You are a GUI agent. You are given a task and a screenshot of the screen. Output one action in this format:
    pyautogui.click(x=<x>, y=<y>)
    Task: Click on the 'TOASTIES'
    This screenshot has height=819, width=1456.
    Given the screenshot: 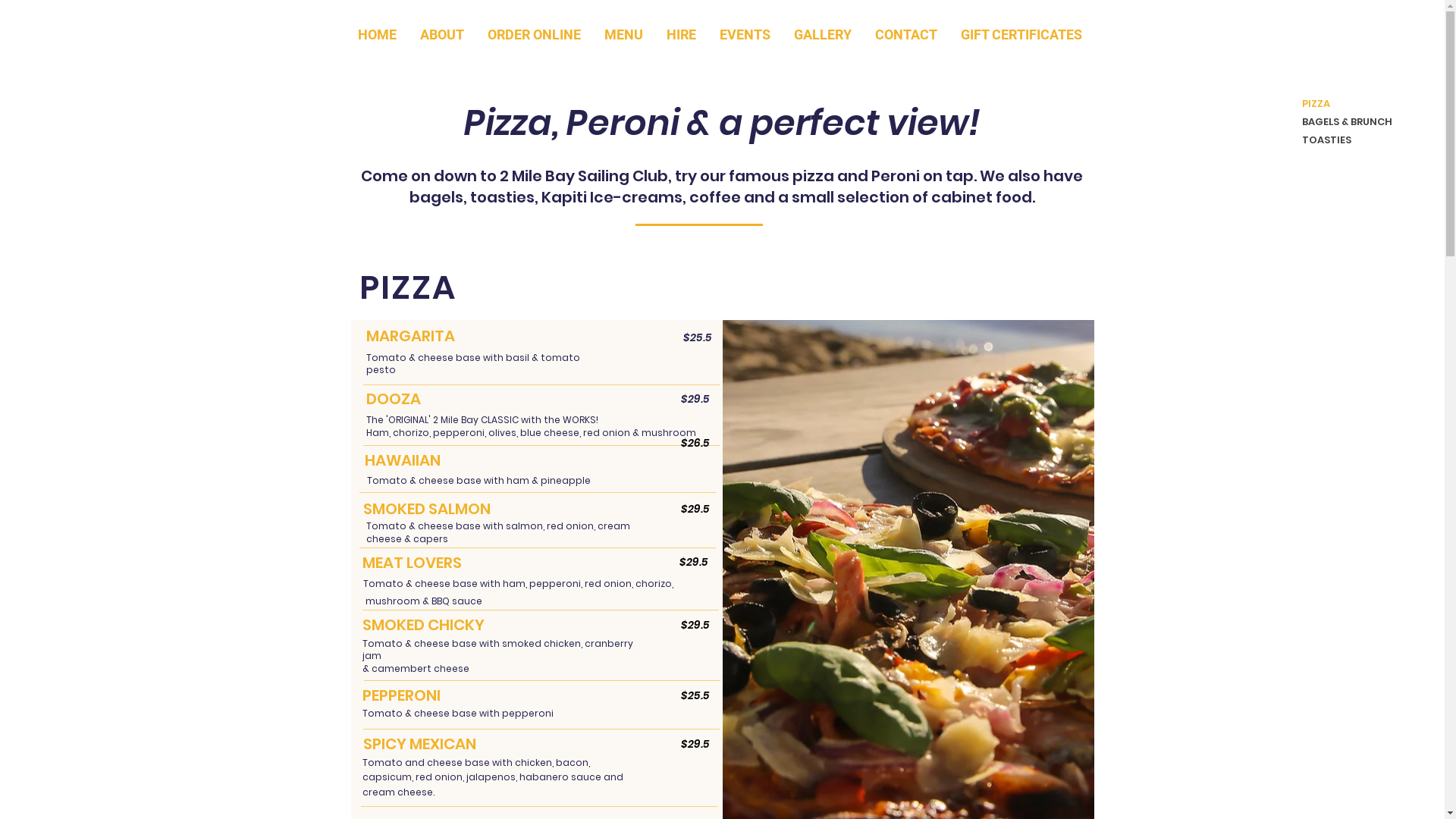 What is the action you would take?
    pyautogui.click(x=1340, y=140)
    